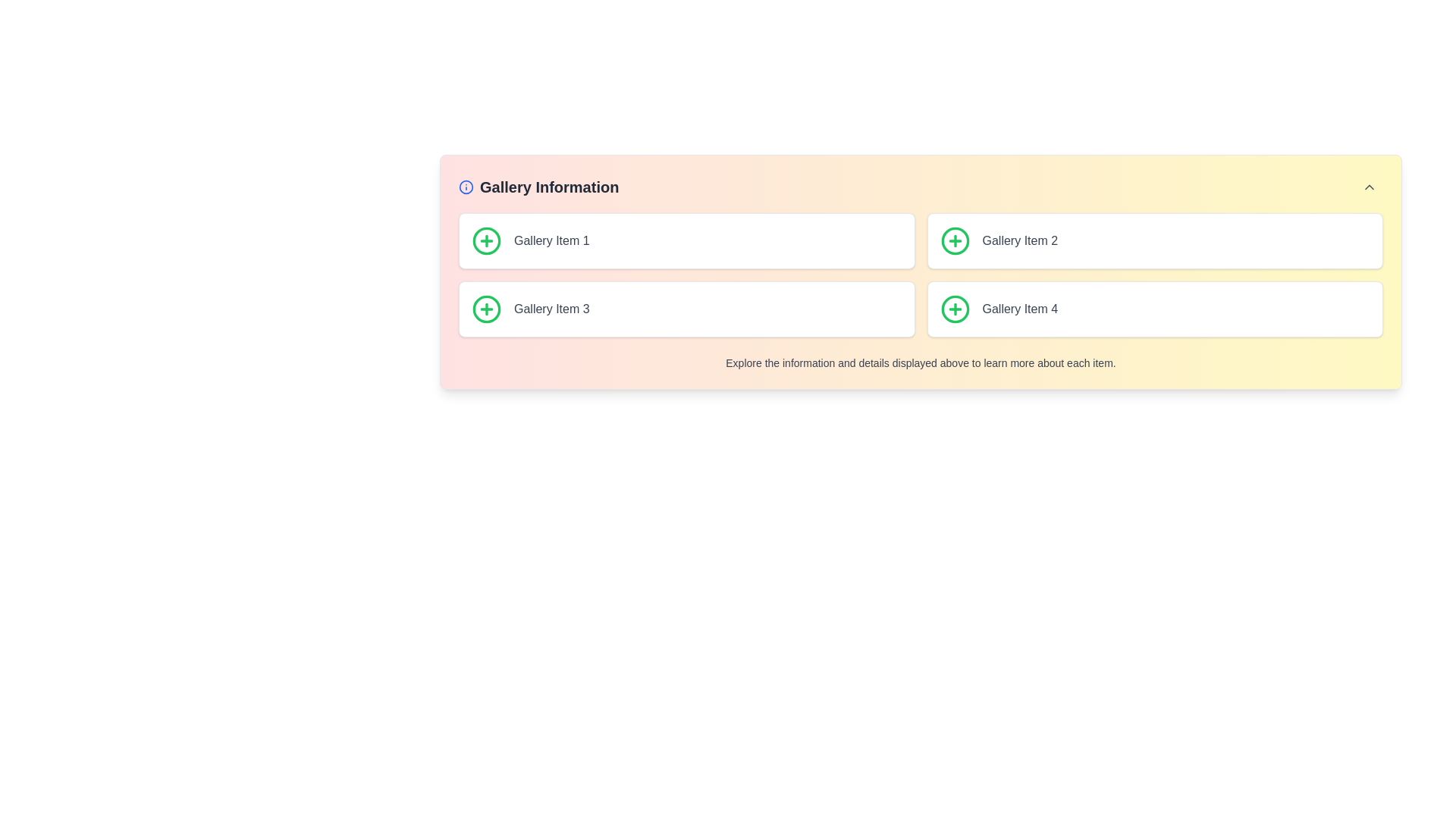 This screenshot has height=819, width=1456. What do you see at coordinates (1020, 240) in the screenshot?
I see `the Text label displaying the name or identifier of the associated gallery item, located in the top-right section of a four-item grid layout, in the second position of the upper row` at bounding box center [1020, 240].